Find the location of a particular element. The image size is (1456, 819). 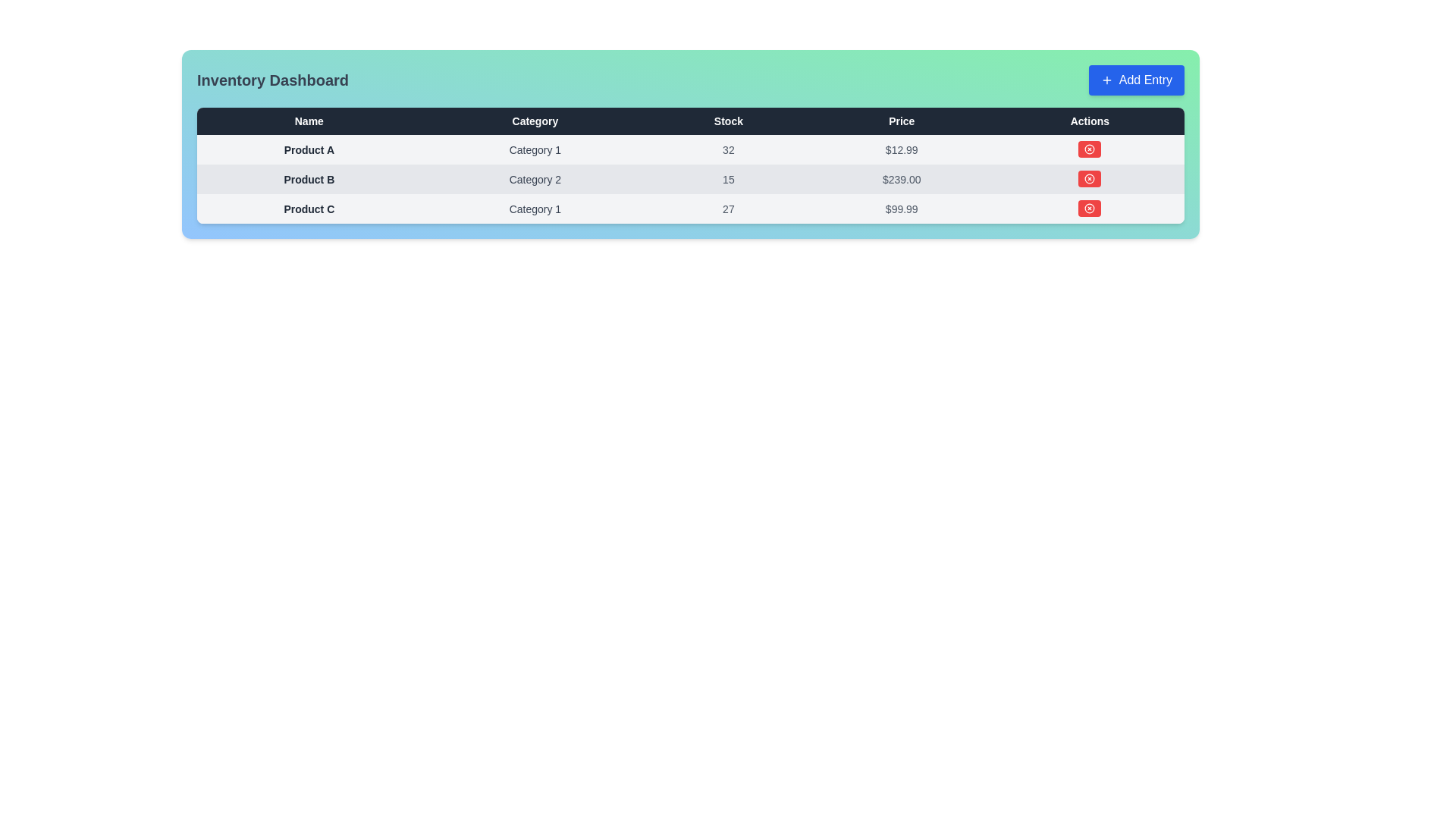

the red button with a rounded rectangular shape containing a white 'X' icon, located in the last cell of the 'Product C' row in the 'Actions' column is located at coordinates (1089, 209).